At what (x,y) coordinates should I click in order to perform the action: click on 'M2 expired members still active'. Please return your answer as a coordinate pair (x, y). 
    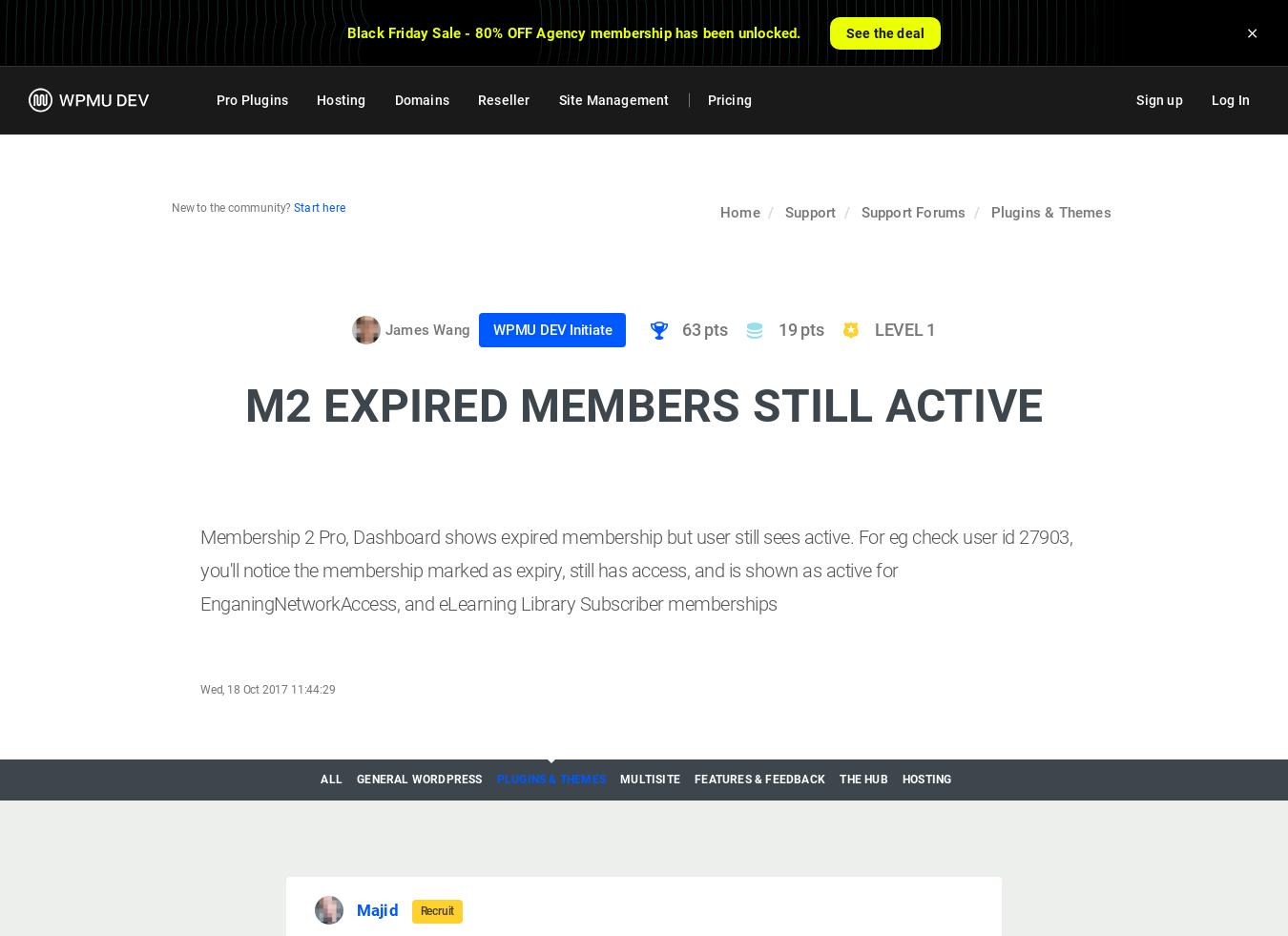
    Looking at the image, I should click on (643, 404).